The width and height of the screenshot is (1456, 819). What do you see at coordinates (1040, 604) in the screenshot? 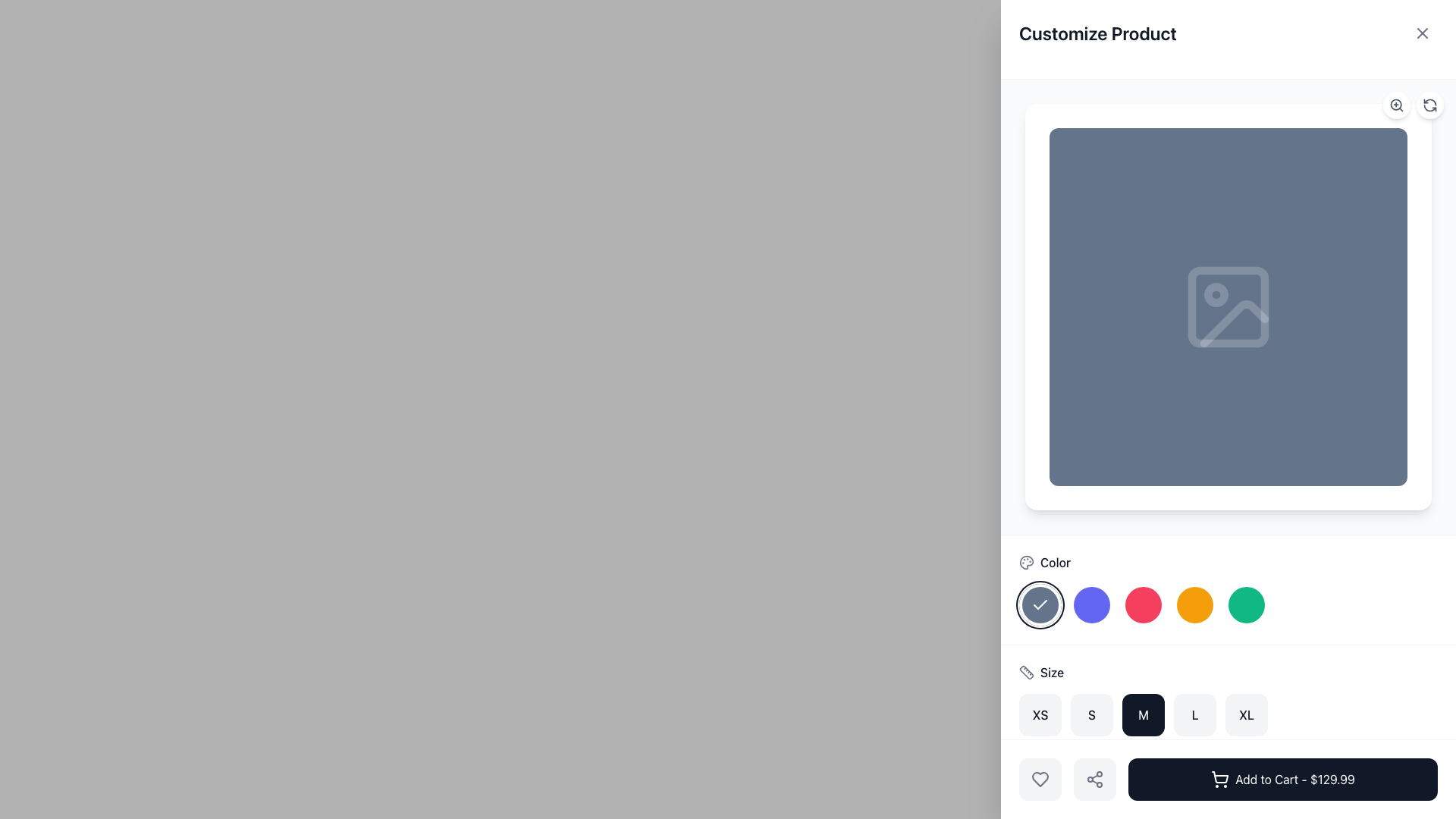
I see `the first selectable color button, which is a circular icon with a check mark symbol centered inside` at bounding box center [1040, 604].